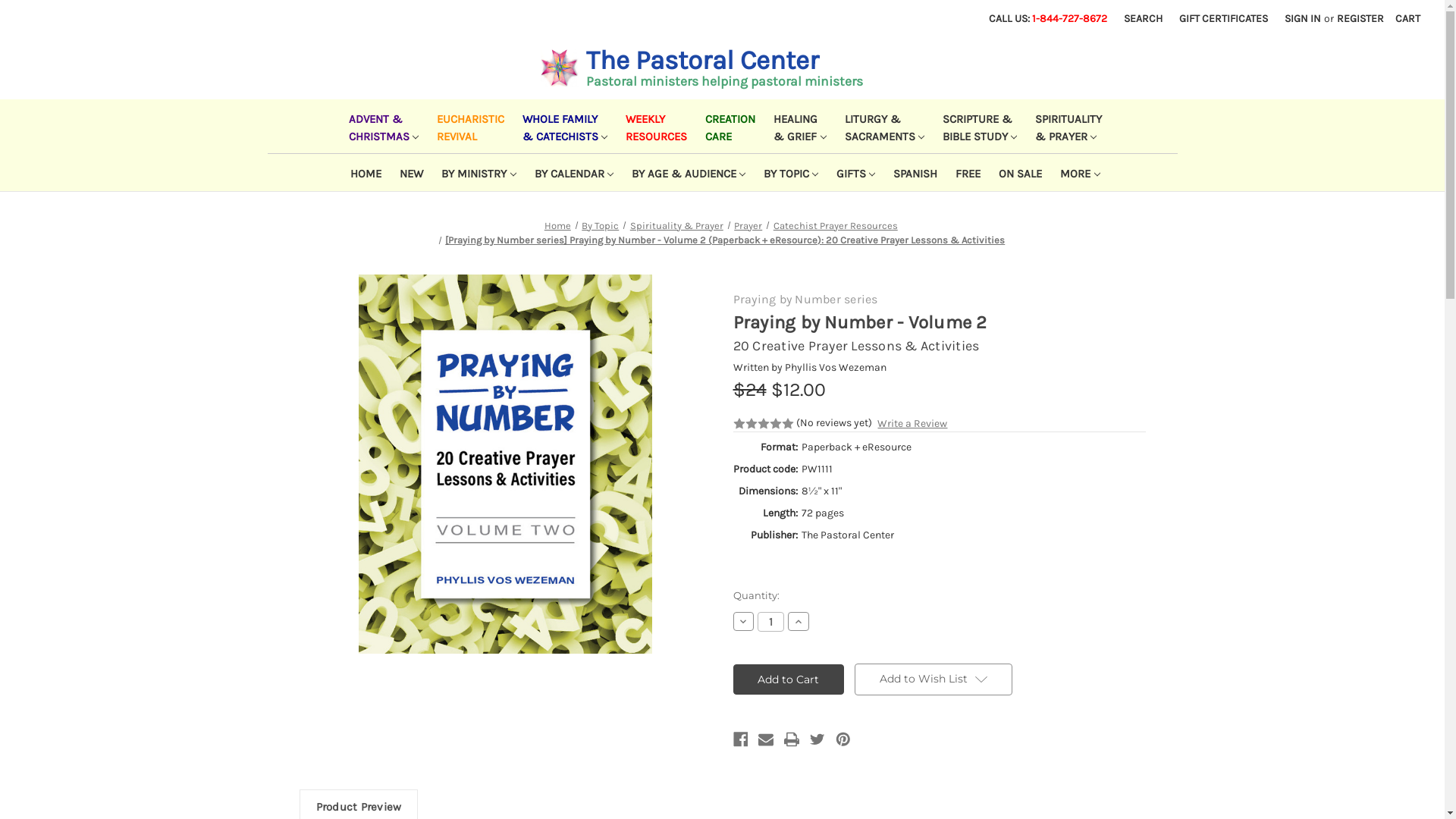  What do you see at coordinates (788, 678) in the screenshot?
I see `'Add to Cart'` at bounding box center [788, 678].